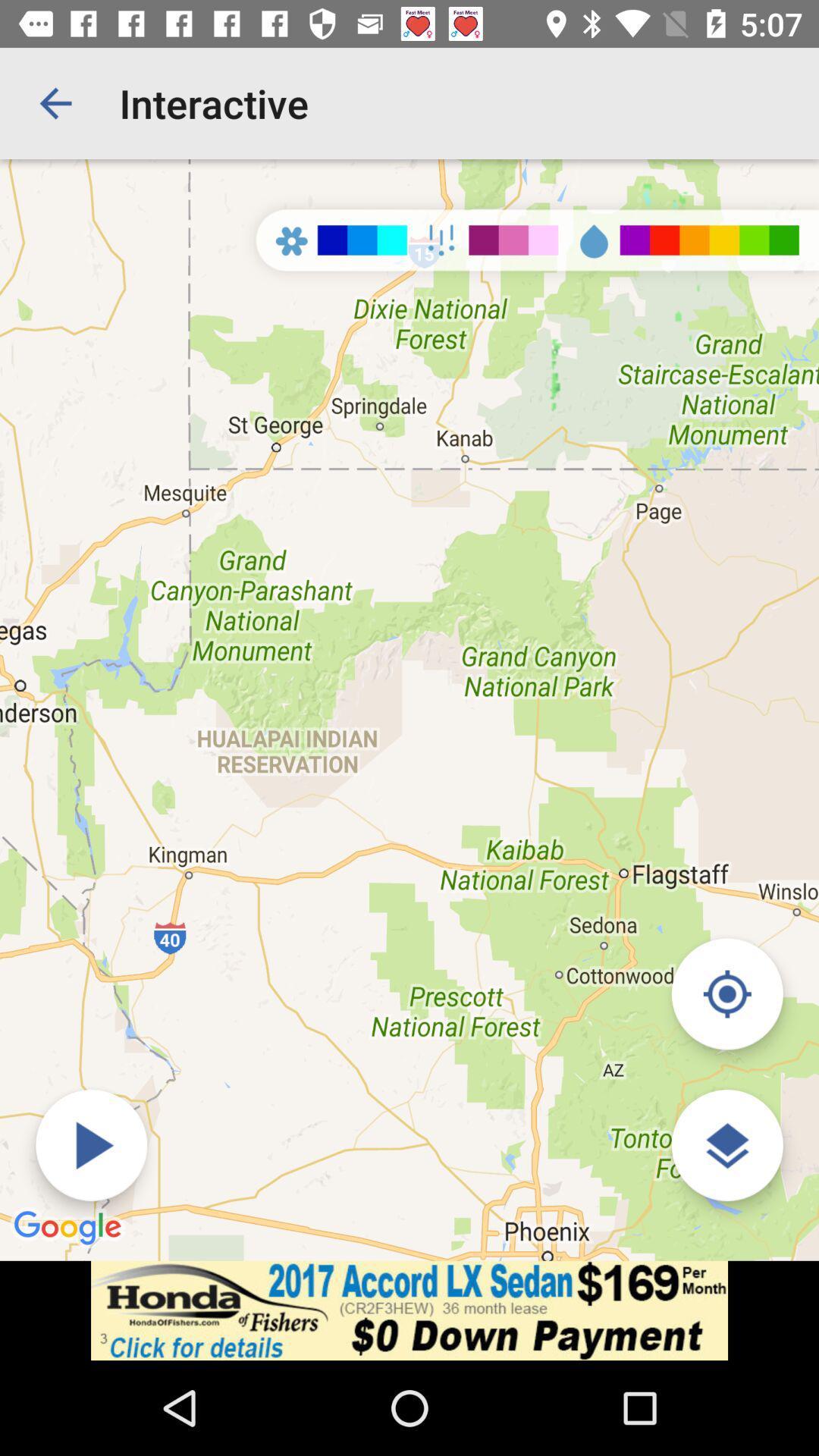 This screenshot has width=819, height=1456. I want to click on get current location, so click(726, 993).